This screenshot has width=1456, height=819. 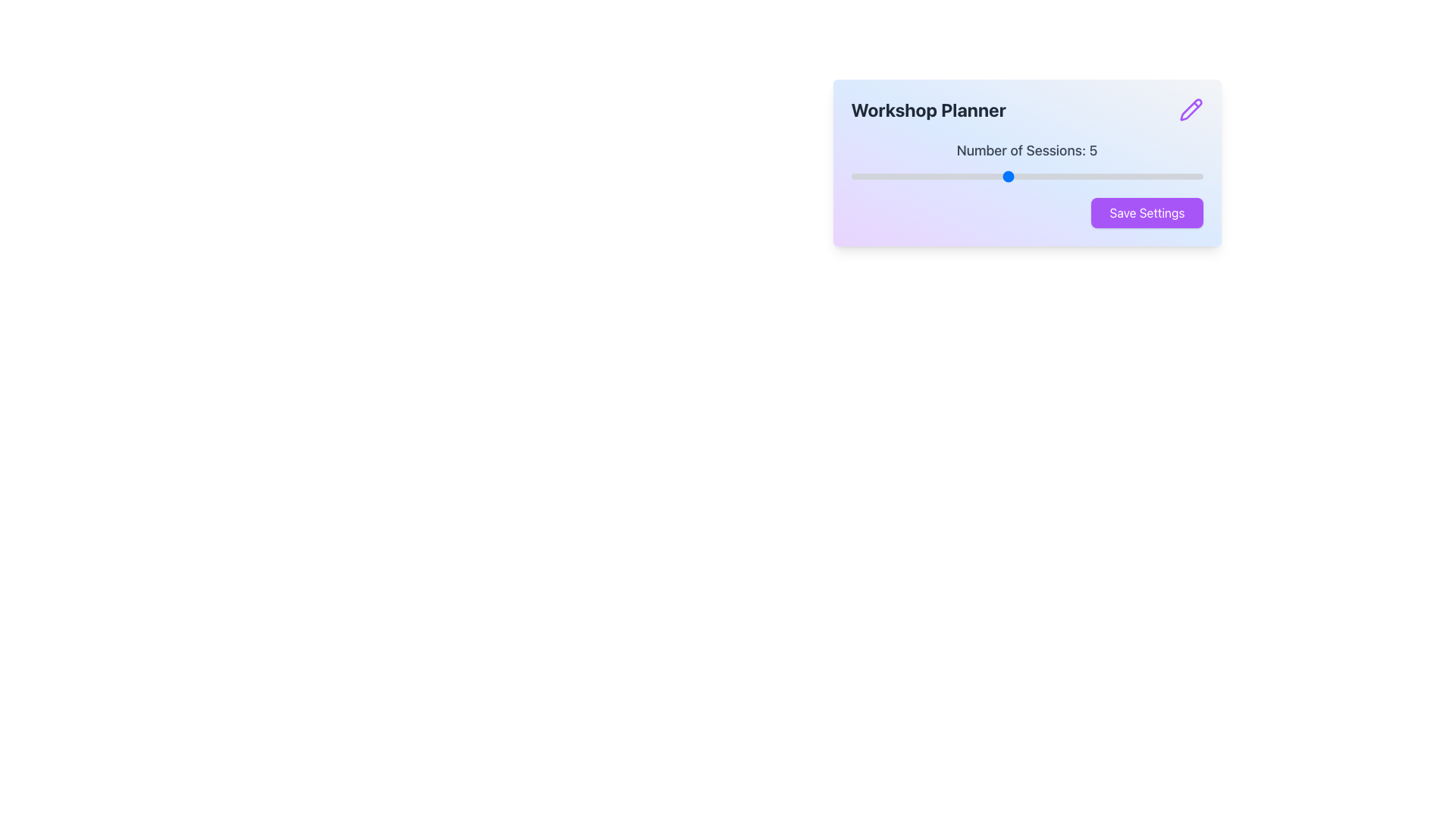 What do you see at coordinates (1084, 175) in the screenshot?
I see `the number of sessions` at bounding box center [1084, 175].